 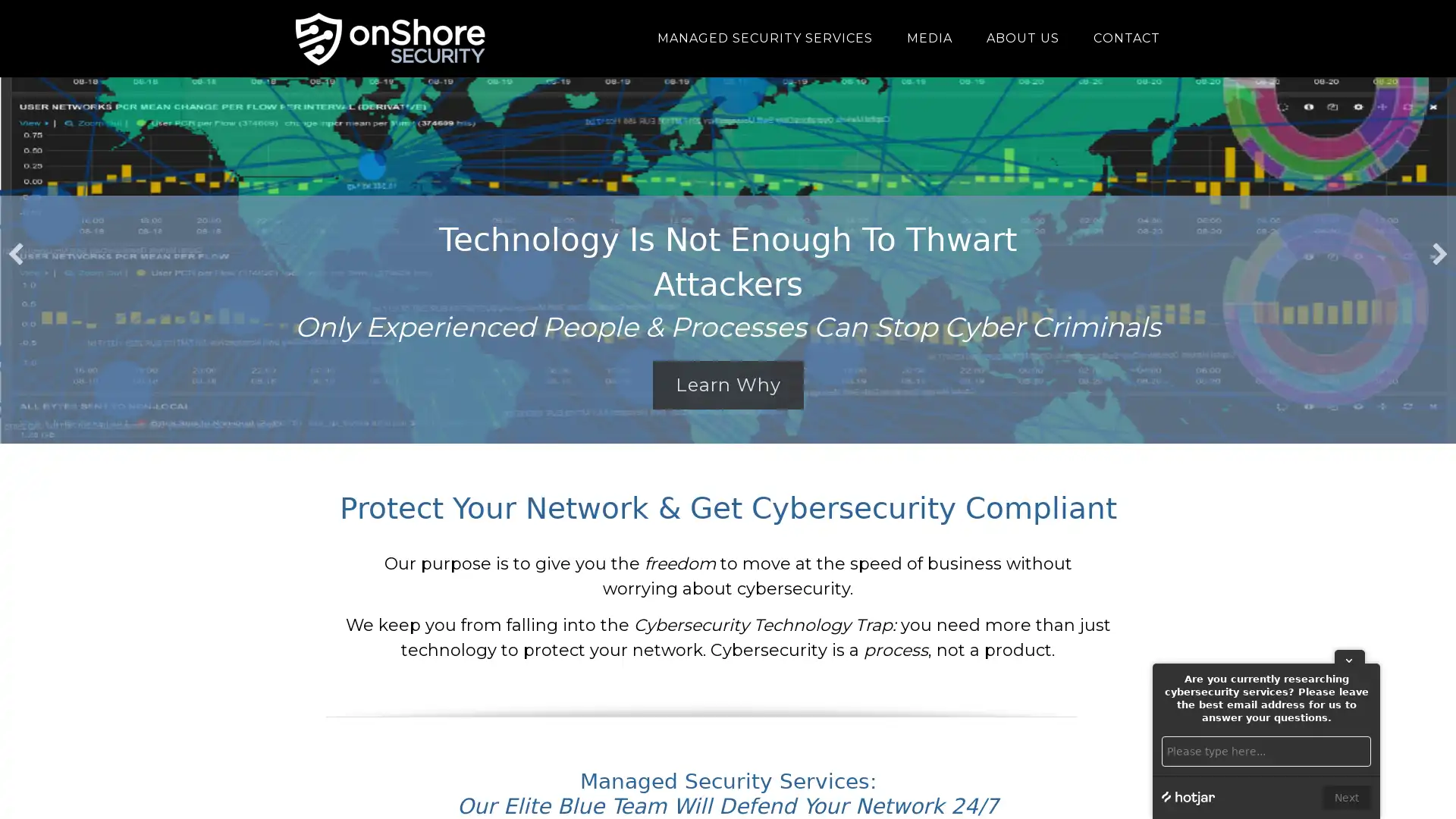 I want to click on previous, so click(x=15, y=253).